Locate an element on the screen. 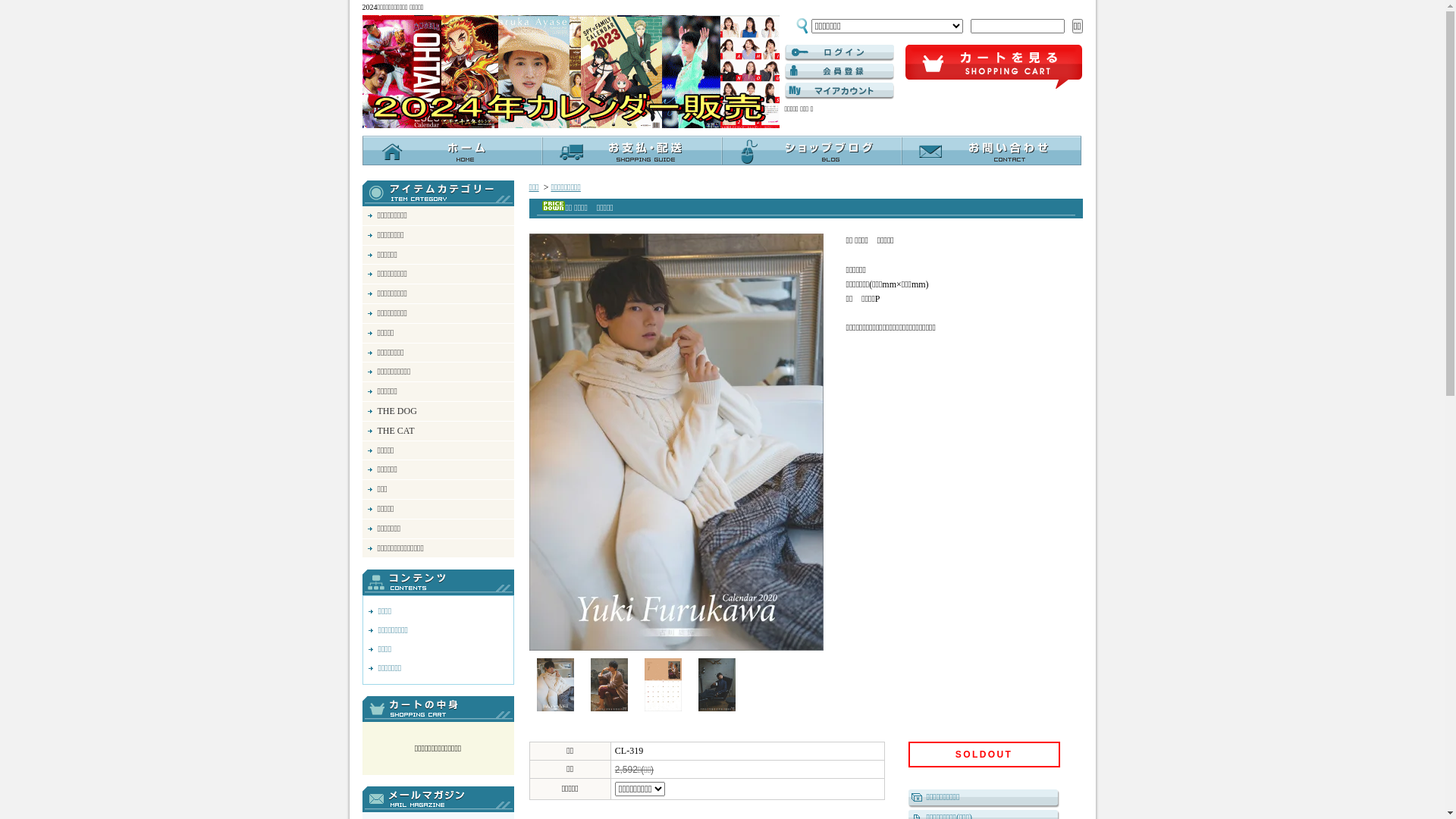  'THE DOG' is located at coordinates (437, 411).